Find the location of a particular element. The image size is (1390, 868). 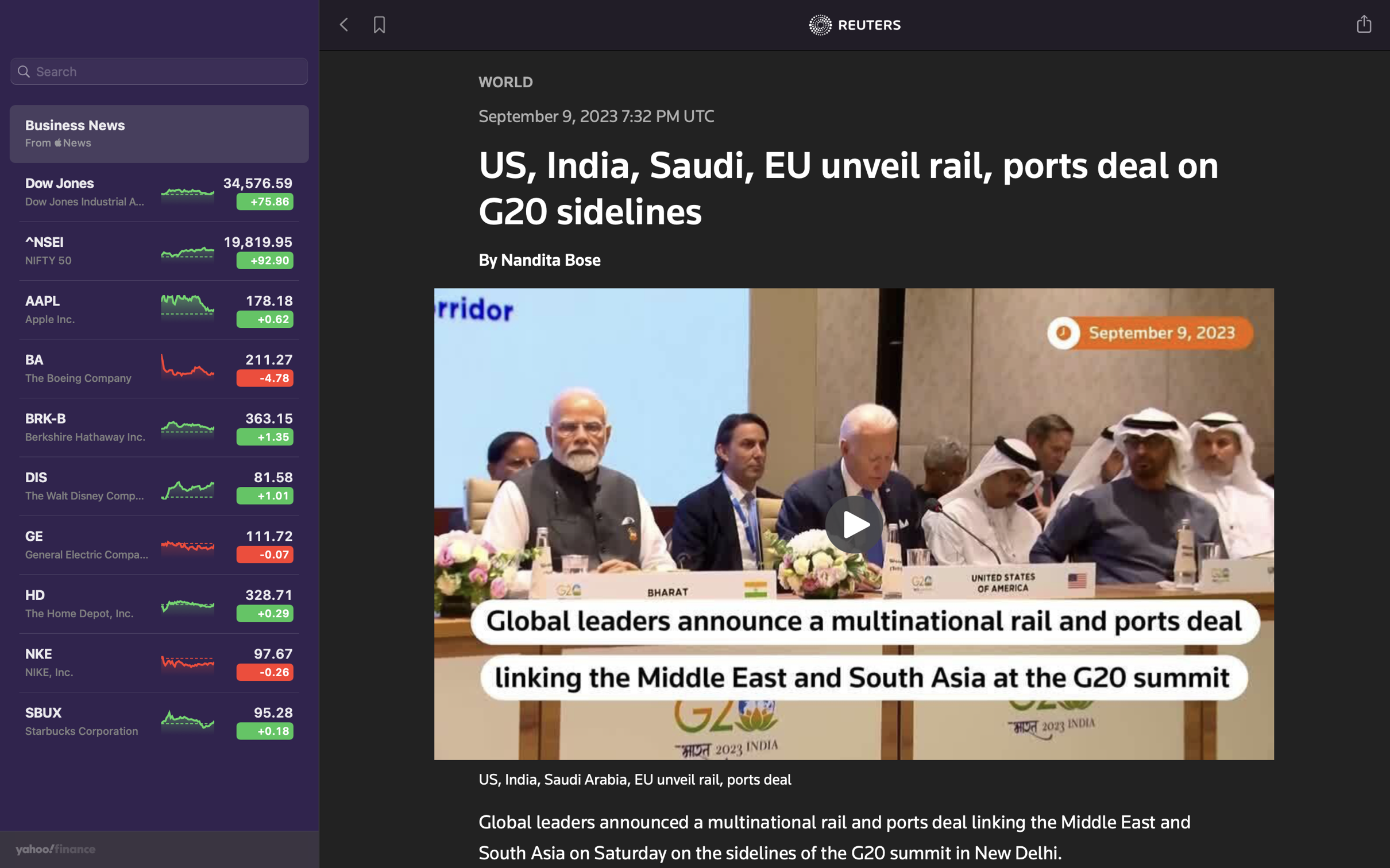

Replay the last watched news video is located at coordinates (855, 522).